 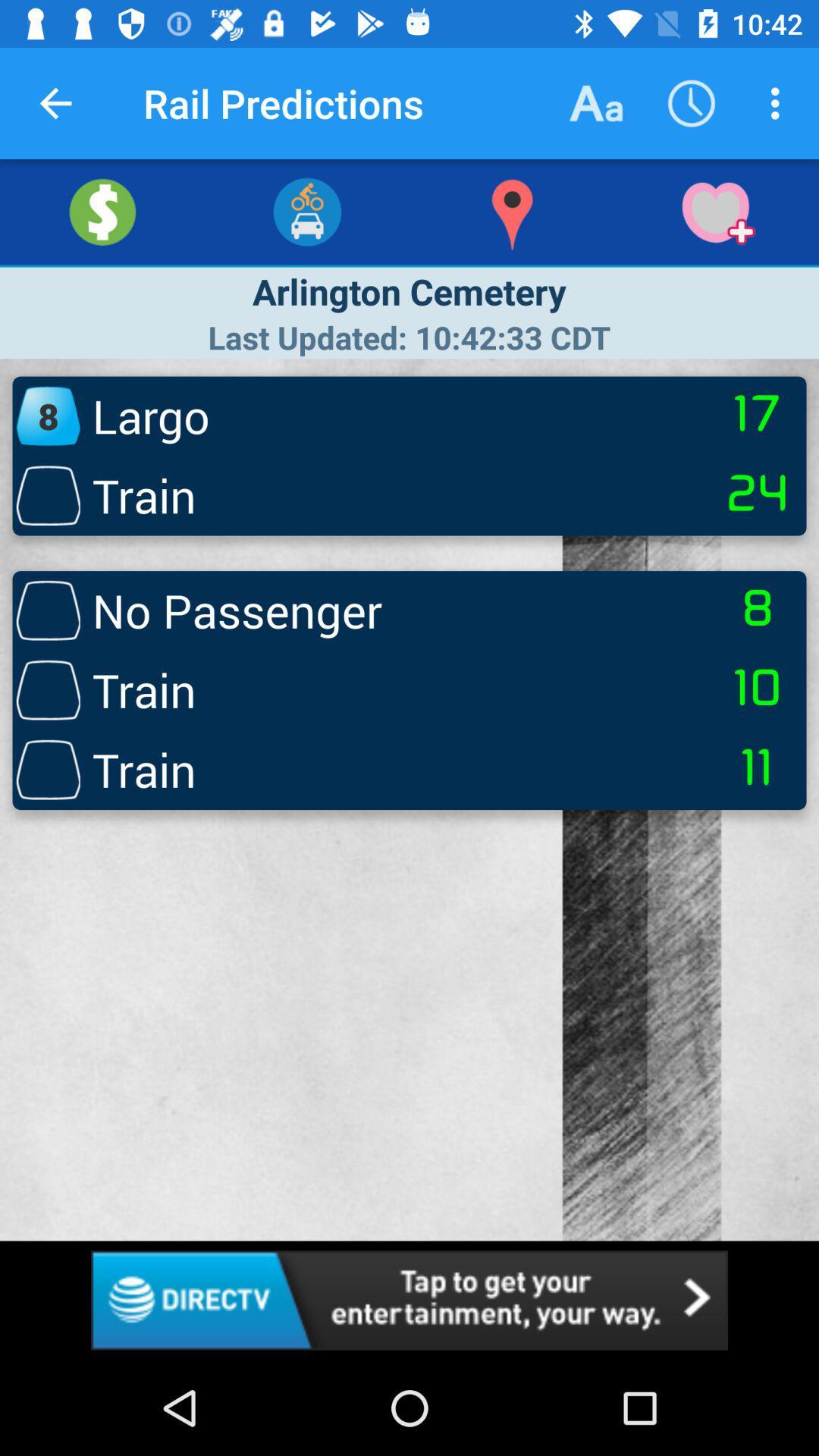 I want to click on like it, so click(x=717, y=211).